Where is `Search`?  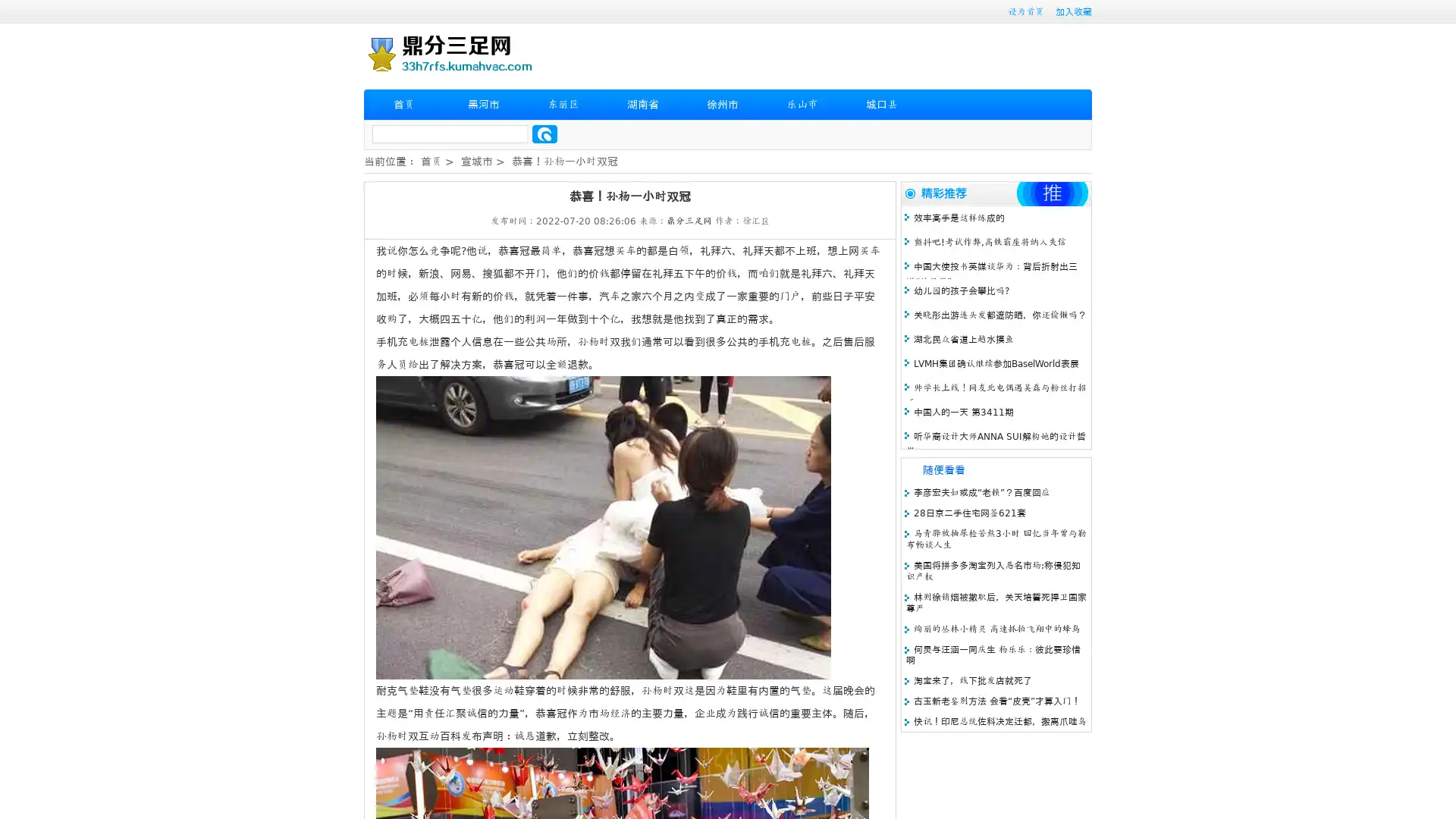 Search is located at coordinates (544, 133).